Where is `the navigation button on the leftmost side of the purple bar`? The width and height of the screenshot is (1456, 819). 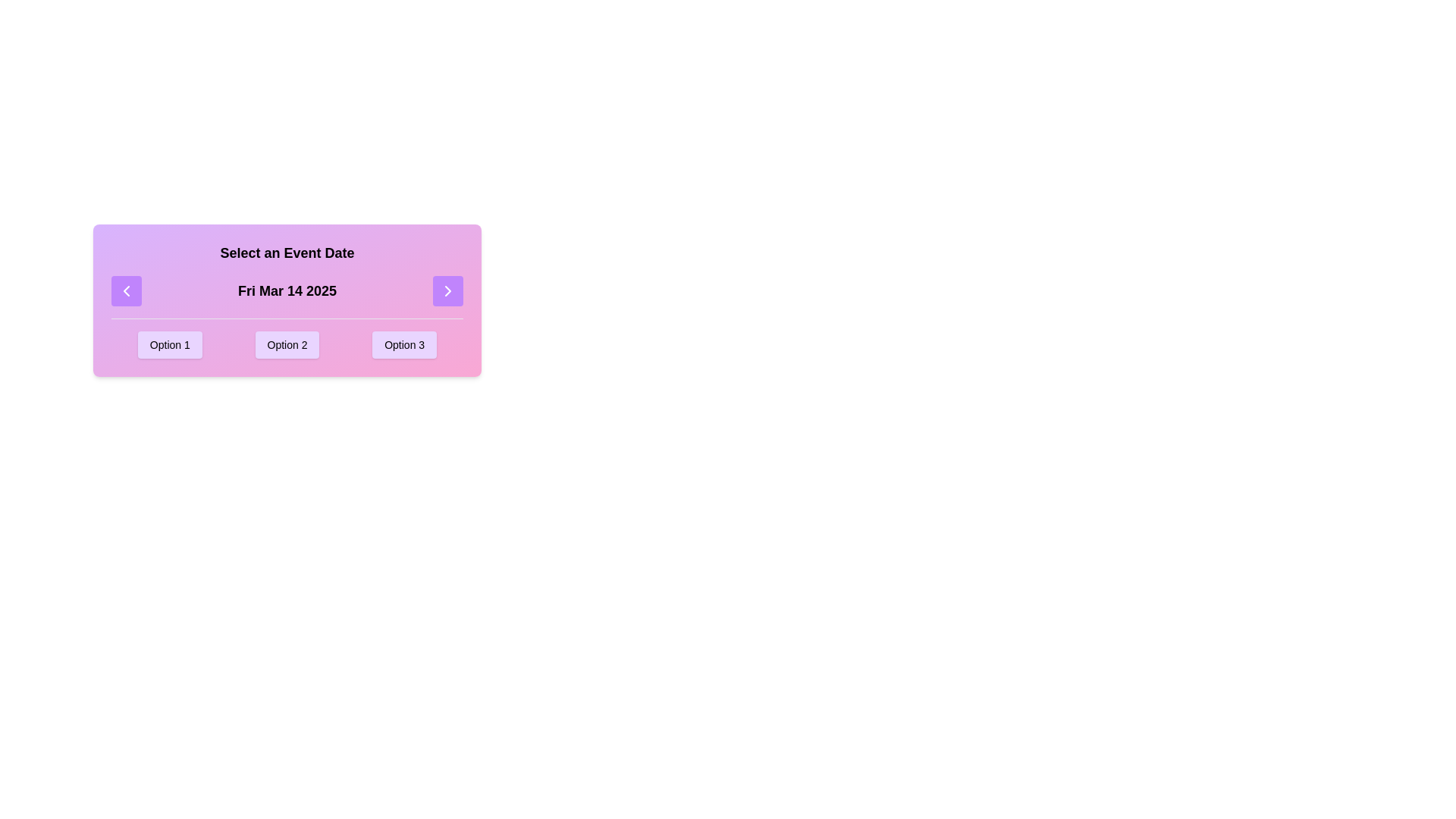
the navigation button on the leftmost side of the purple bar is located at coordinates (127, 291).